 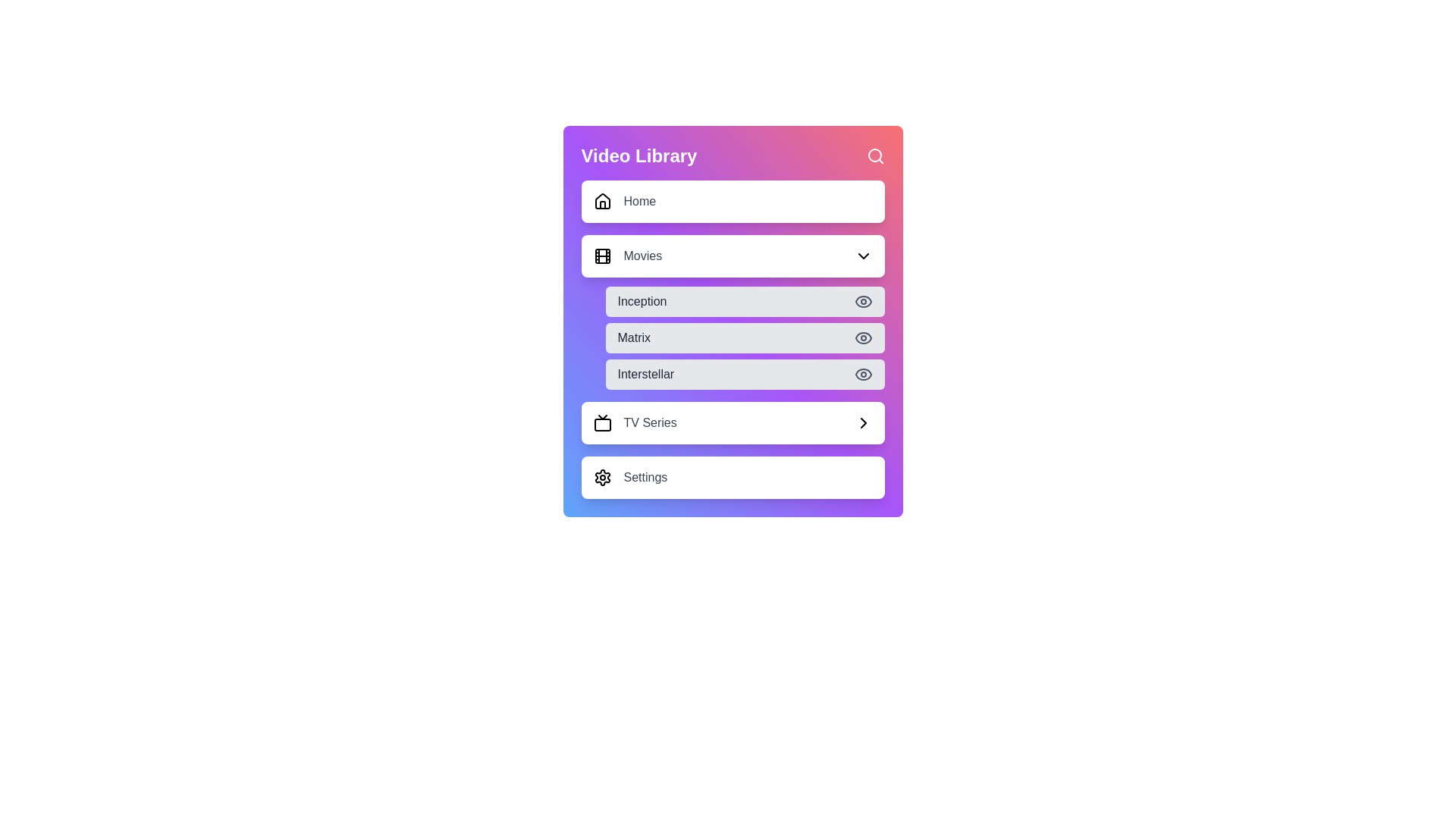 I want to click on the settings button located at the bottom of the vertical list, directly below the 'TV Series' button, so click(x=733, y=476).